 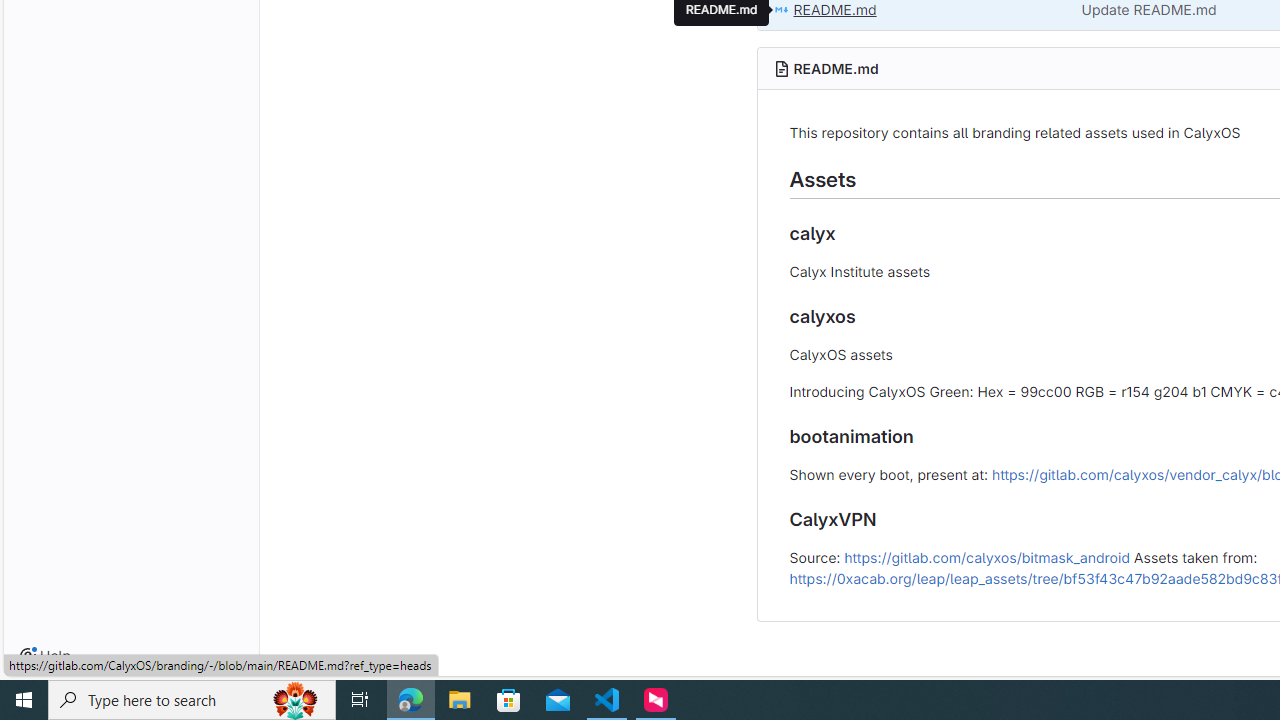 I want to click on 'https://gitlab.com/calyxos/bitmask_android', so click(x=986, y=556).